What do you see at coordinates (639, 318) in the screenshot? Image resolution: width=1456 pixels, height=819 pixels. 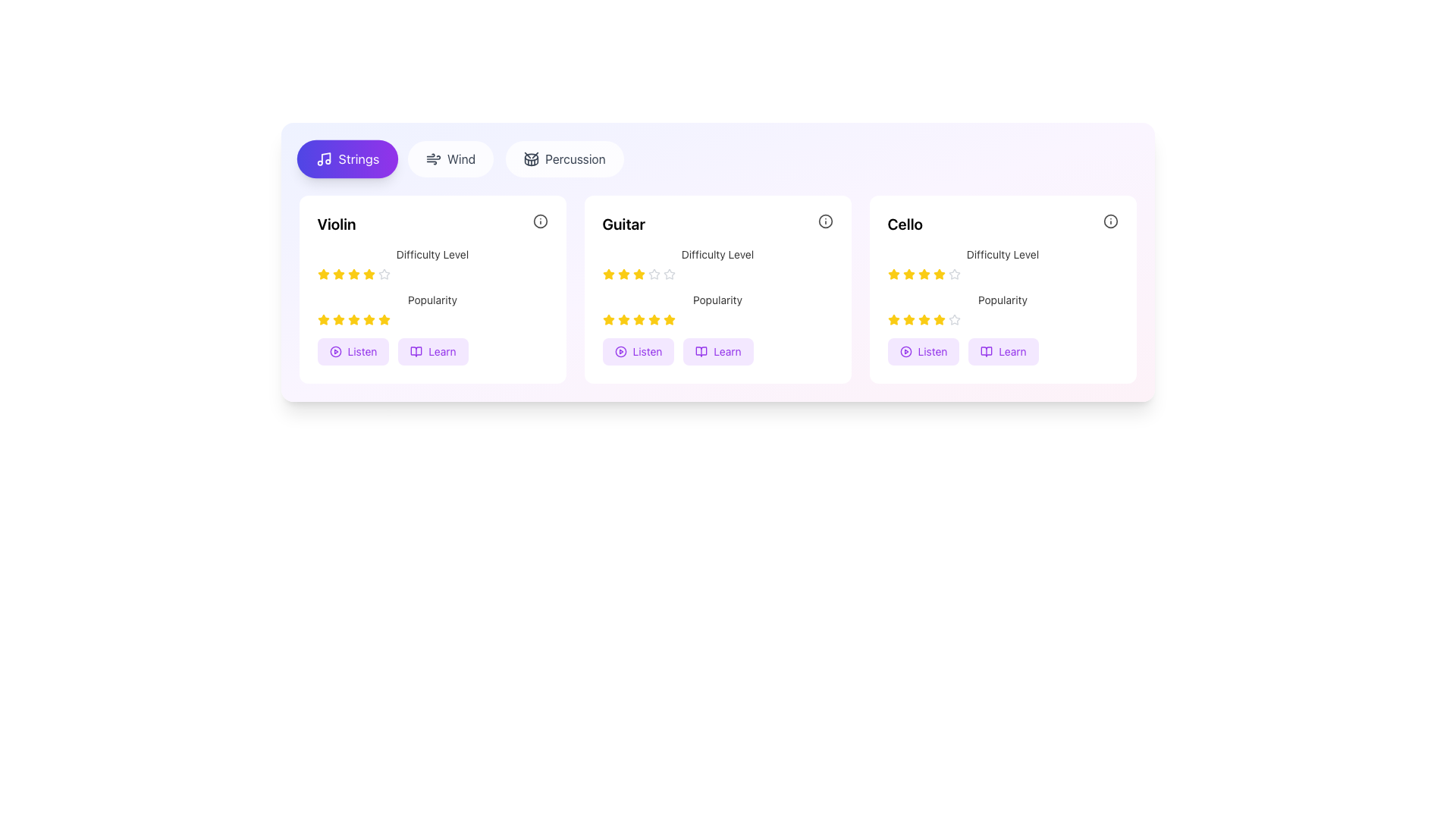 I see `the yellow star icon, which is the fourth star in the bottom star-rating row of the 'Guitar' card, dedicated to the popularity metric` at bounding box center [639, 318].